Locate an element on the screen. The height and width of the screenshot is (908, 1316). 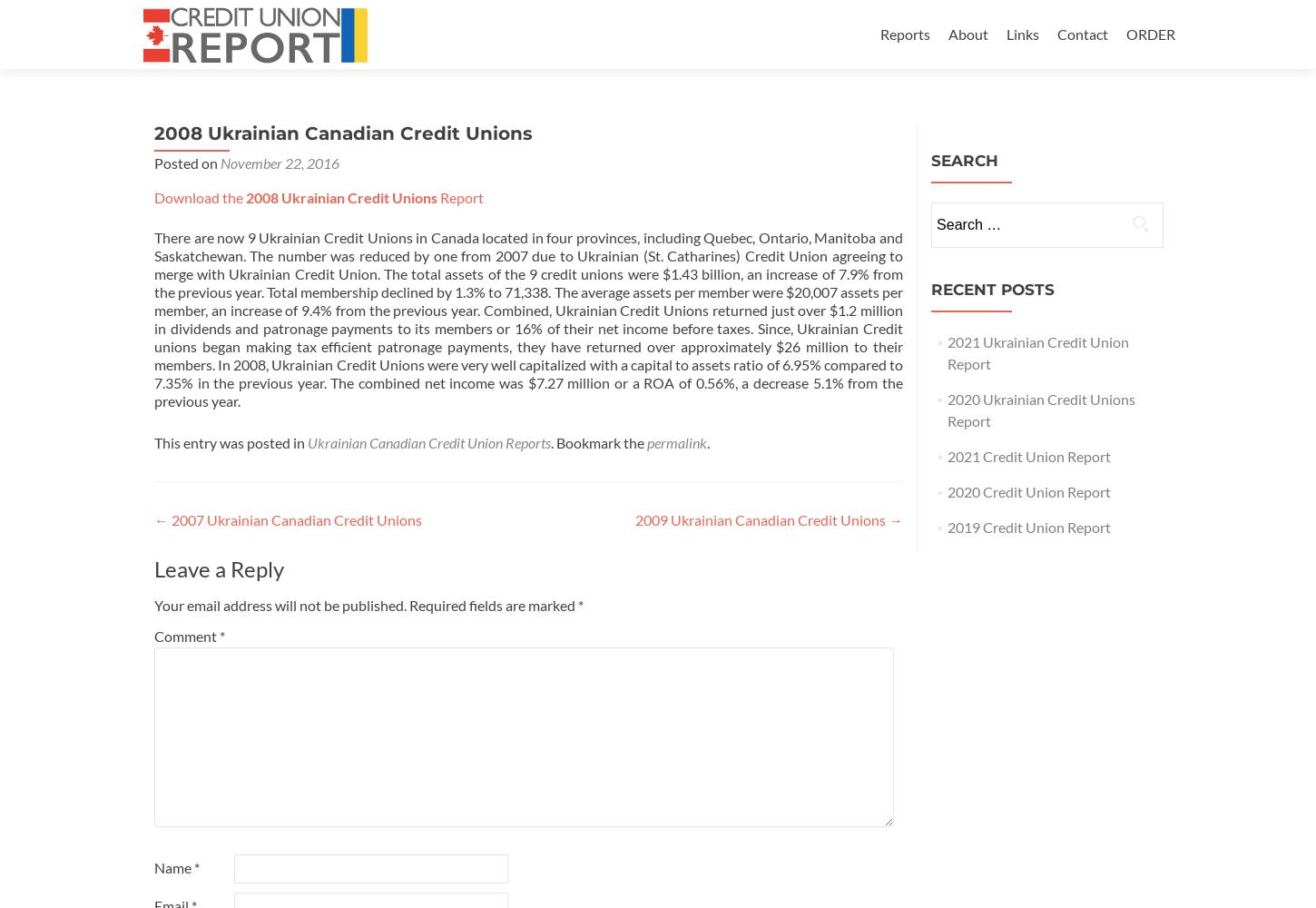
'November 22, 2016' is located at coordinates (280, 163).